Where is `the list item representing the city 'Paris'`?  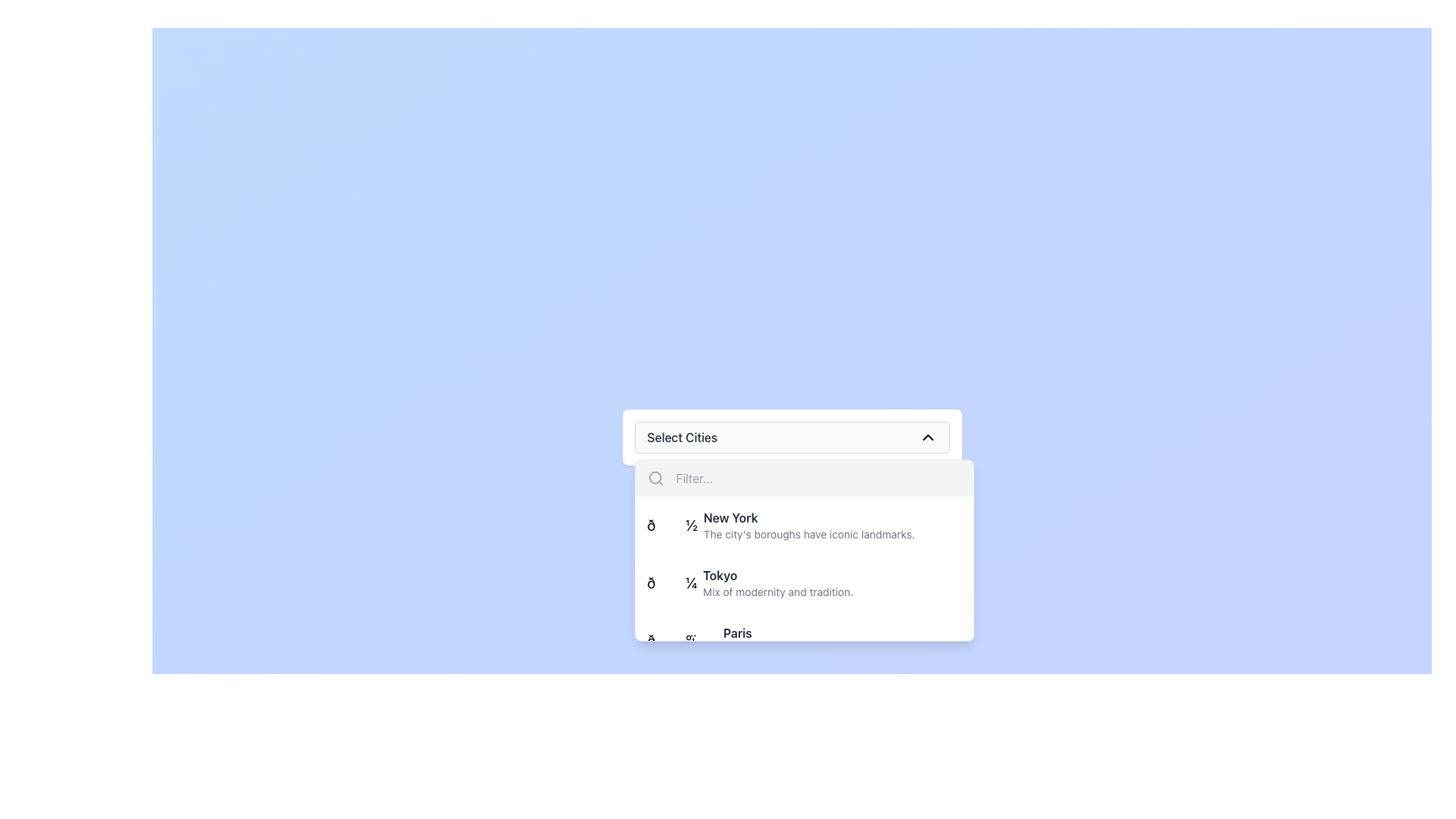
the list item representing the city 'Paris' is located at coordinates (742, 640).